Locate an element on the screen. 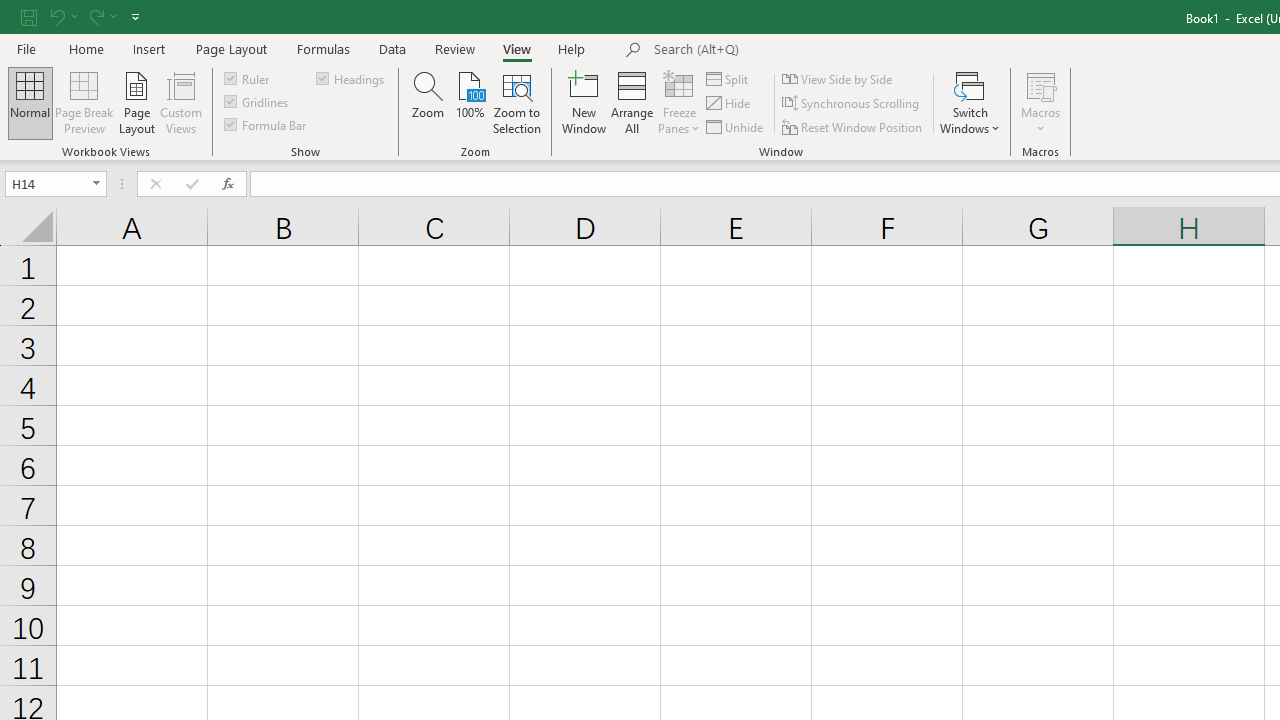 This screenshot has height=720, width=1280. 'Gridlines' is located at coordinates (256, 101).